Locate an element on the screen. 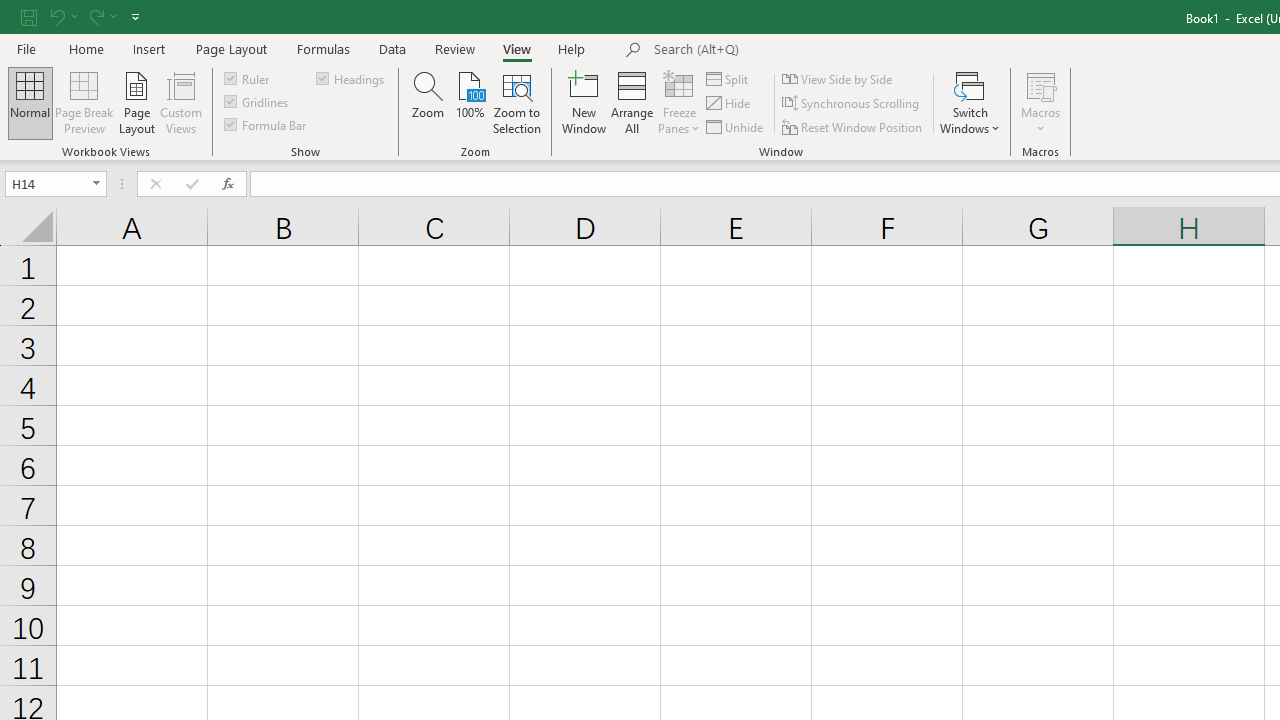 This screenshot has height=720, width=1280. 'Gridlines' is located at coordinates (256, 101).